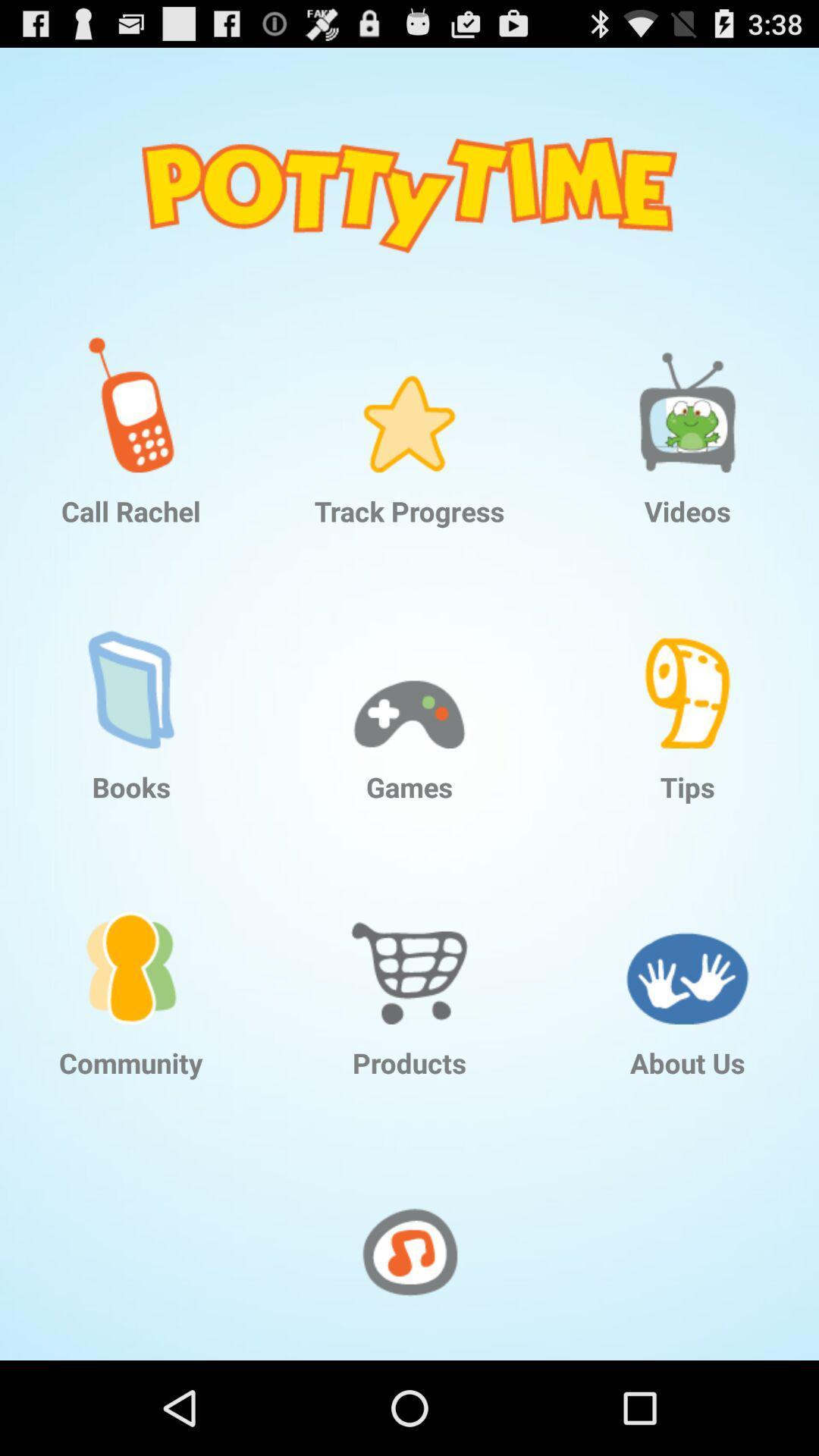 The image size is (819, 1456). Describe the element at coordinates (130, 943) in the screenshot. I see `icon above the community icon` at that location.